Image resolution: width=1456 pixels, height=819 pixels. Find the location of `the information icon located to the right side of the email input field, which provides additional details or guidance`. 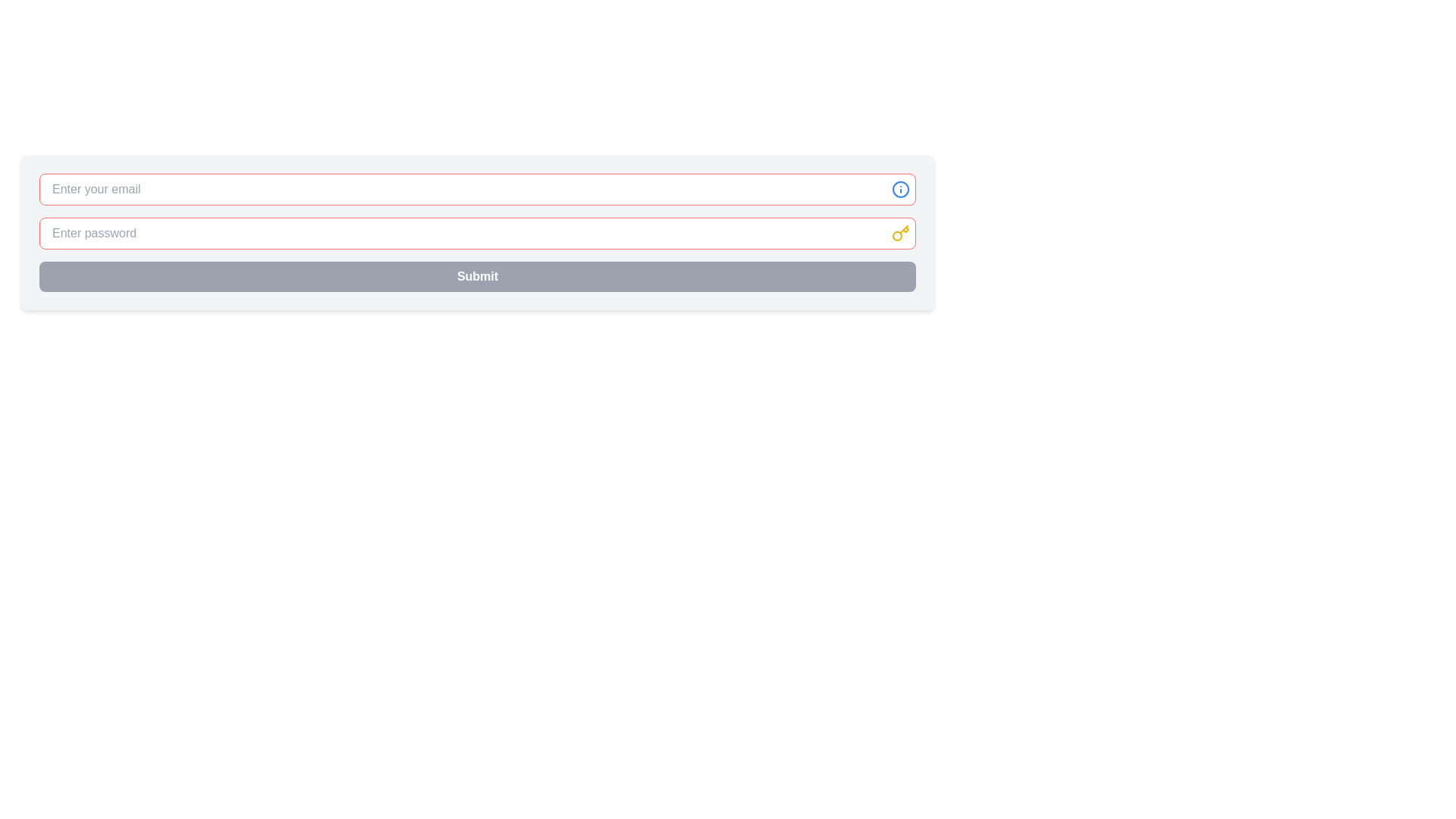

the information icon located to the right side of the email input field, which provides additional details or guidance is located at coordinates (901, 189).